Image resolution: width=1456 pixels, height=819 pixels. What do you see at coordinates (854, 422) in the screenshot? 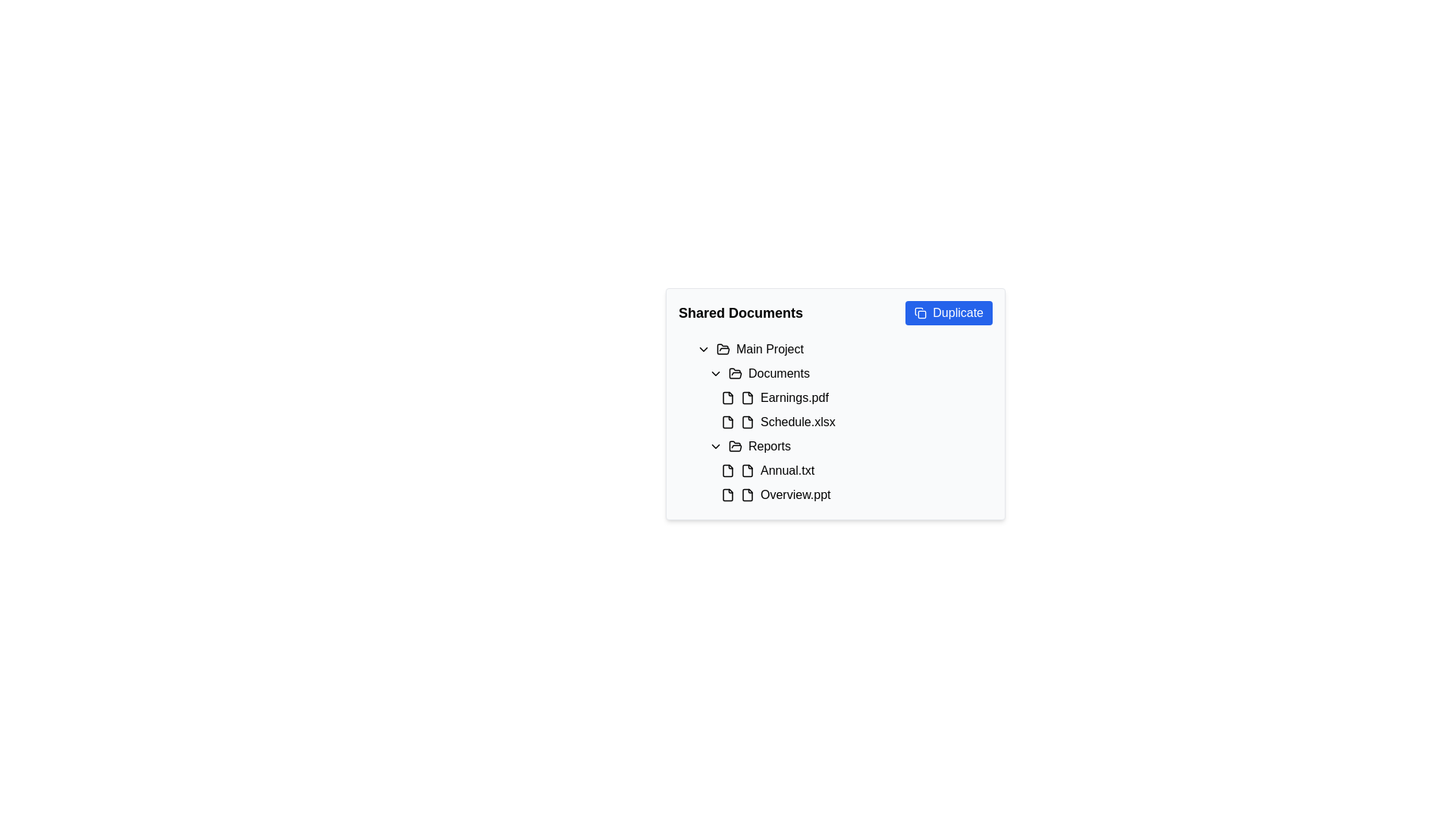
I see `the file display item labeled 'Schedule.xlsx' located in the 'Documents' group` at bounding box center [854, 422].